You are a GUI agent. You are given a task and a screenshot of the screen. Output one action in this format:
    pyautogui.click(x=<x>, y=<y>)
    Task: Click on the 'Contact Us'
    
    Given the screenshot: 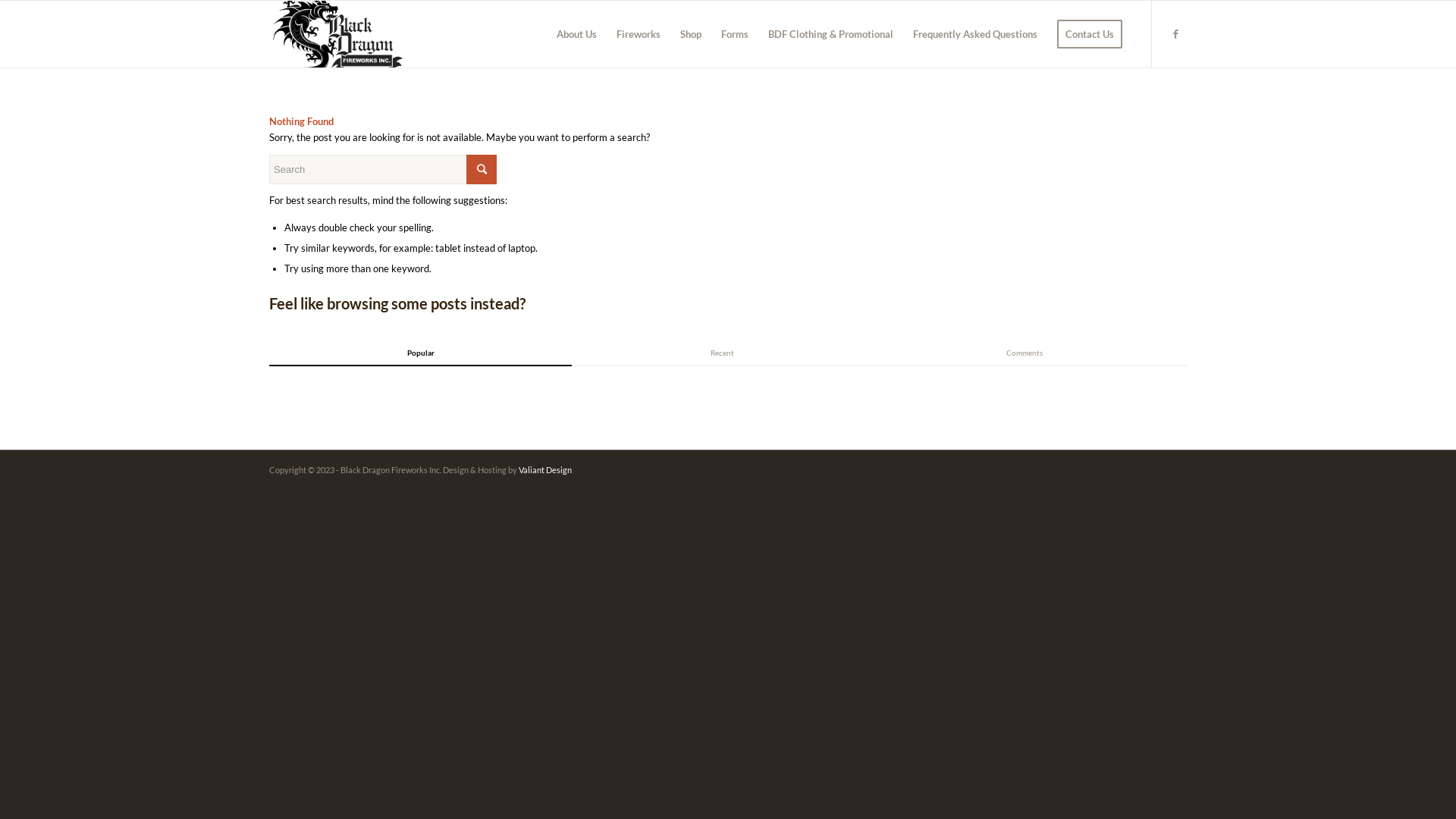 What is the action you would take?
    pyautogui.click(x=1088, y=34)
    